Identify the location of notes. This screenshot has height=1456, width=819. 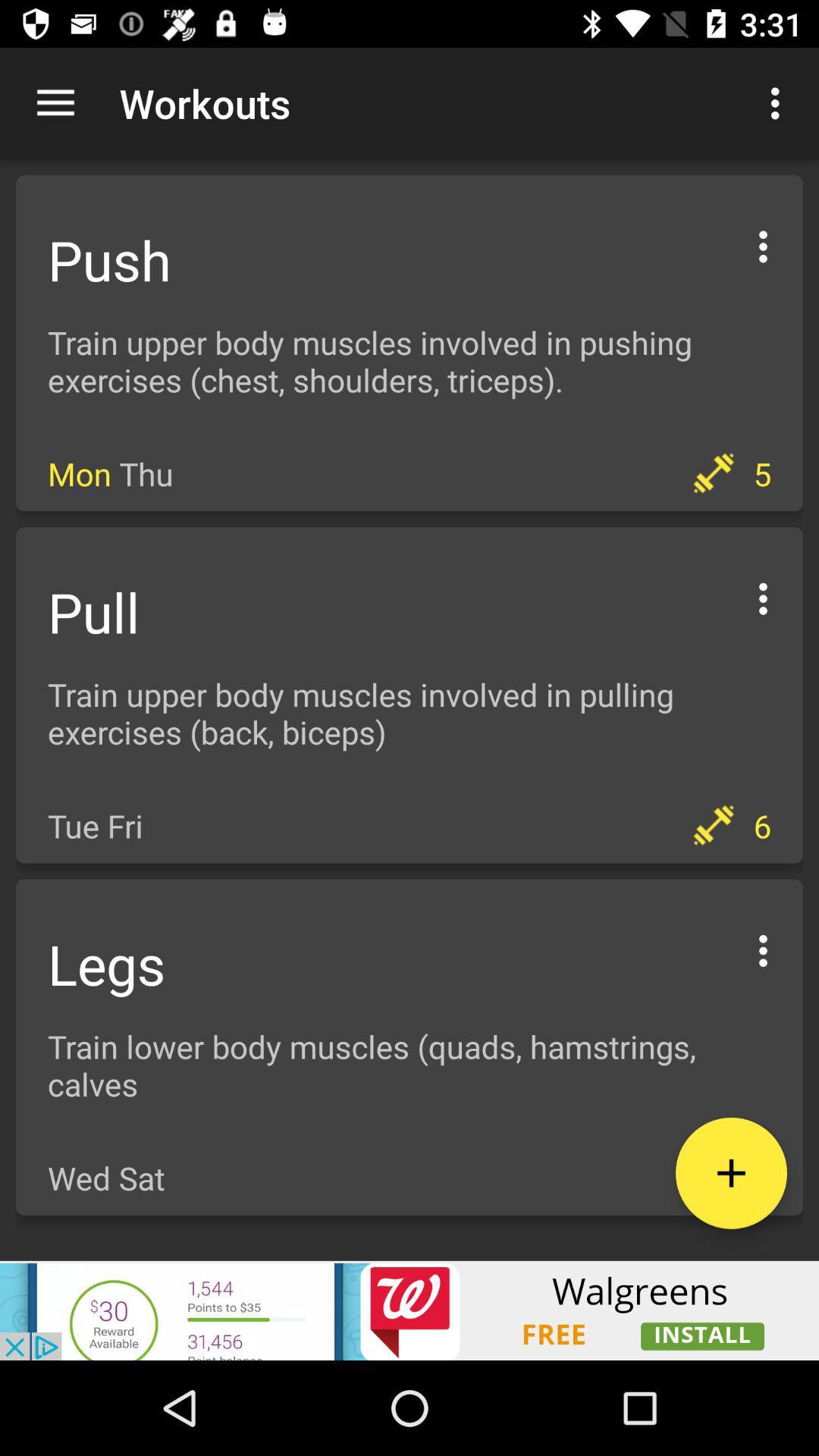
(730, 1172).